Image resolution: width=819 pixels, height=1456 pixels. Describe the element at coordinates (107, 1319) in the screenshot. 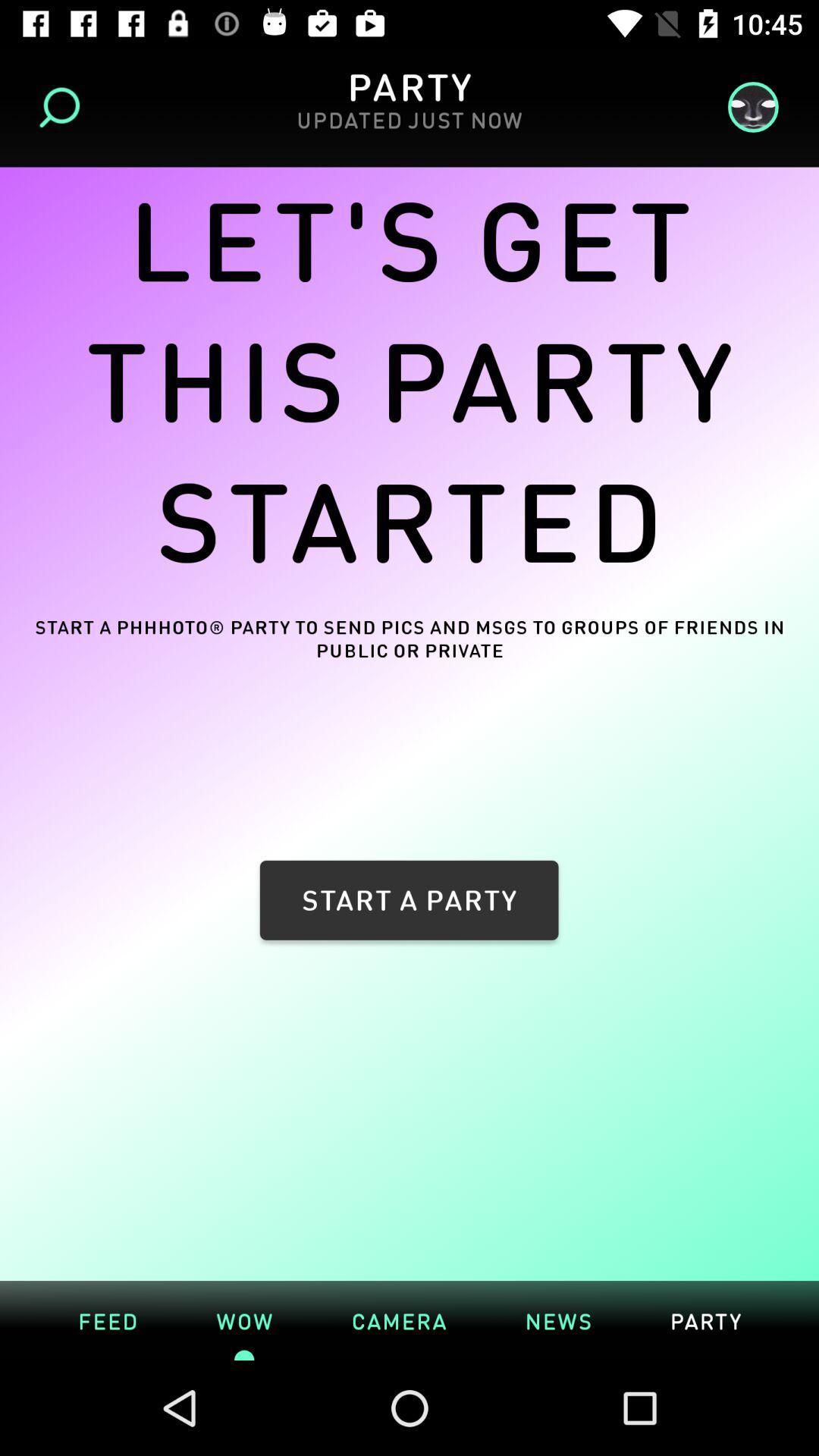

I see `the feed` at that location.